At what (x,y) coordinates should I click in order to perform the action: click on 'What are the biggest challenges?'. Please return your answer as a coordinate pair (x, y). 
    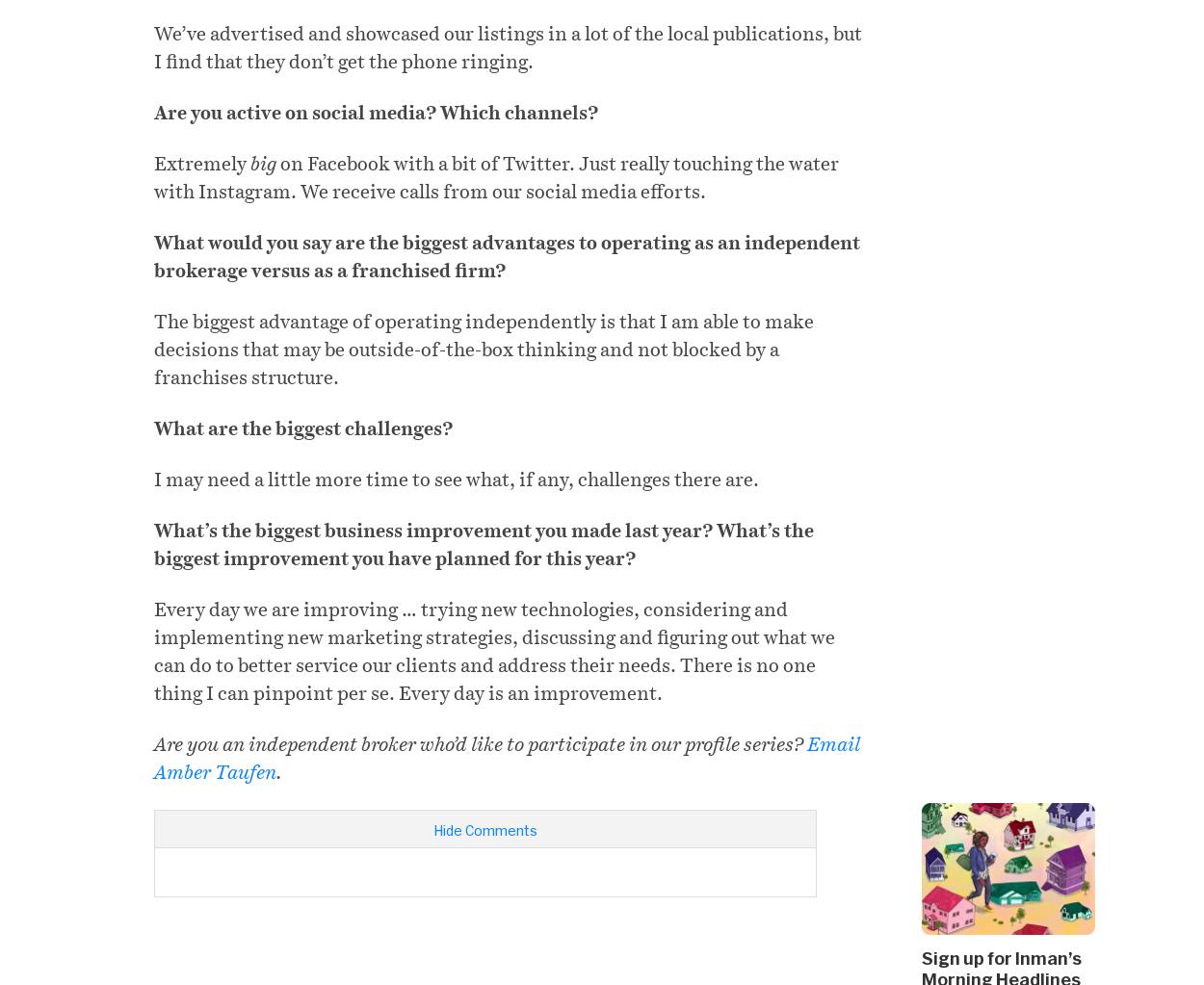
    Looking at the image, I should click on (154, 428).